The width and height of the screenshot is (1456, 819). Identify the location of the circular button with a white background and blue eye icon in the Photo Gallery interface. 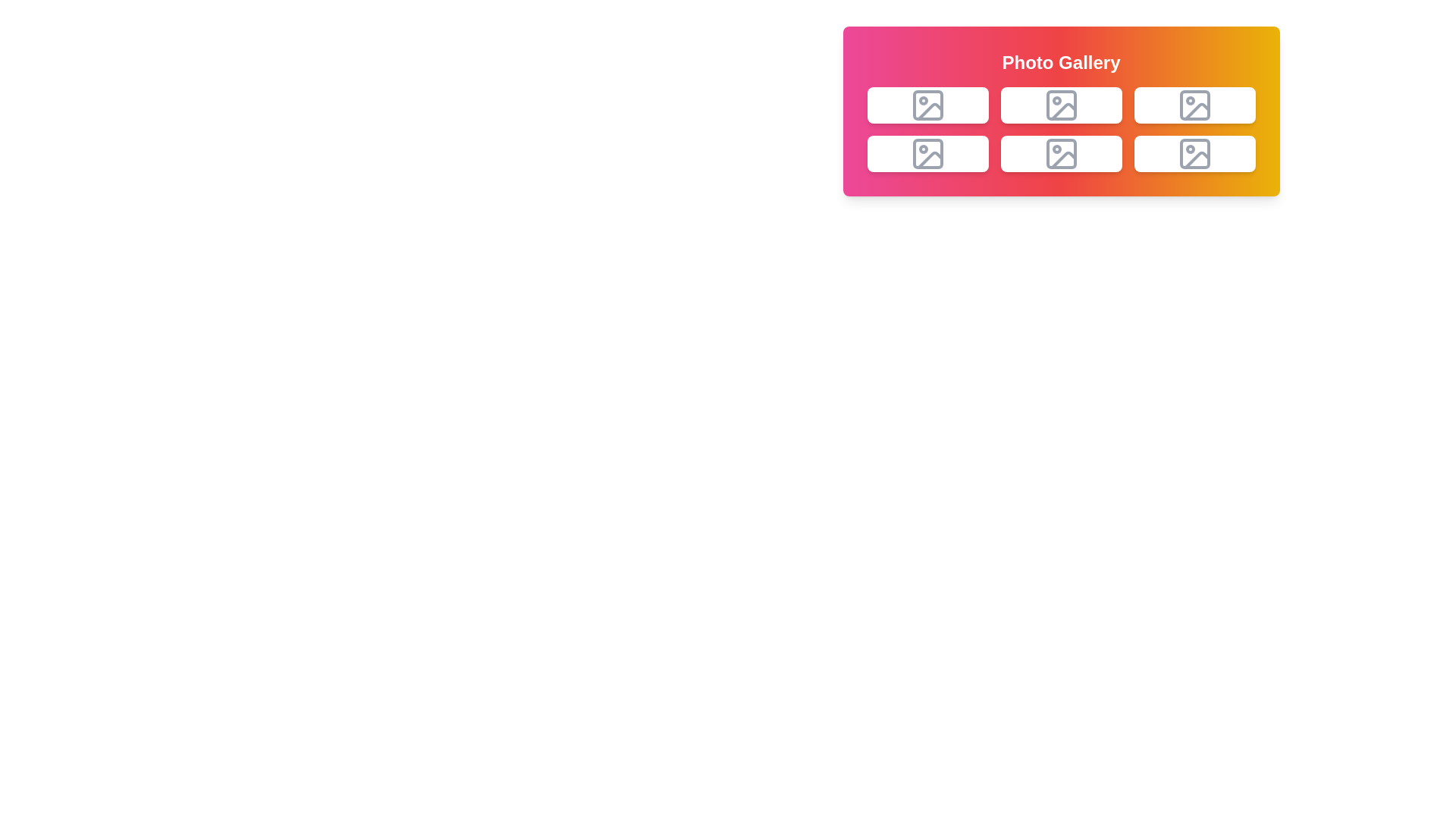
(908, 154).